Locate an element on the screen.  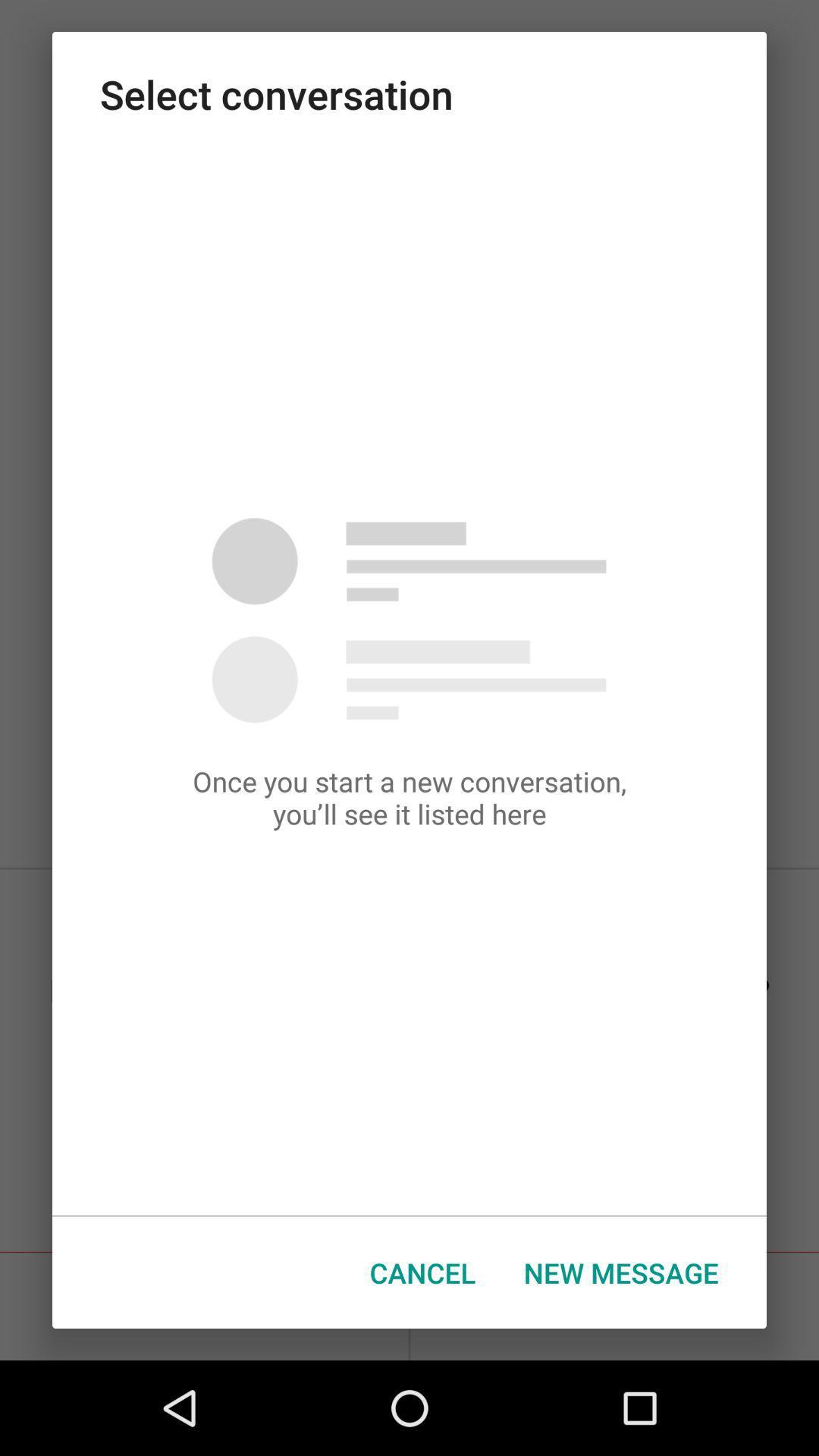
the new message item is located at coordinates (621, 1272).